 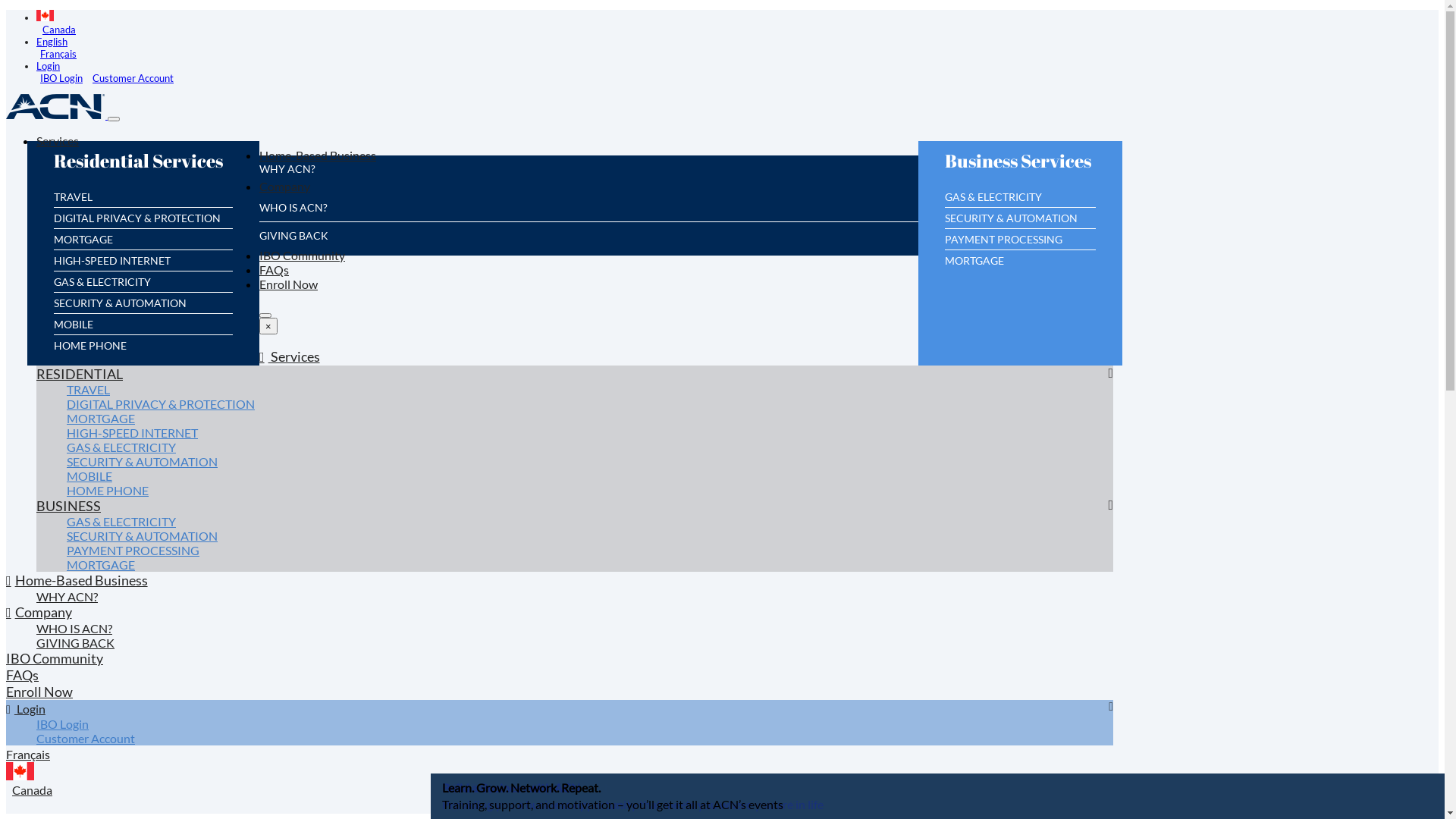 I want to click on 'Enroll Now', so click(x=288, y=289).